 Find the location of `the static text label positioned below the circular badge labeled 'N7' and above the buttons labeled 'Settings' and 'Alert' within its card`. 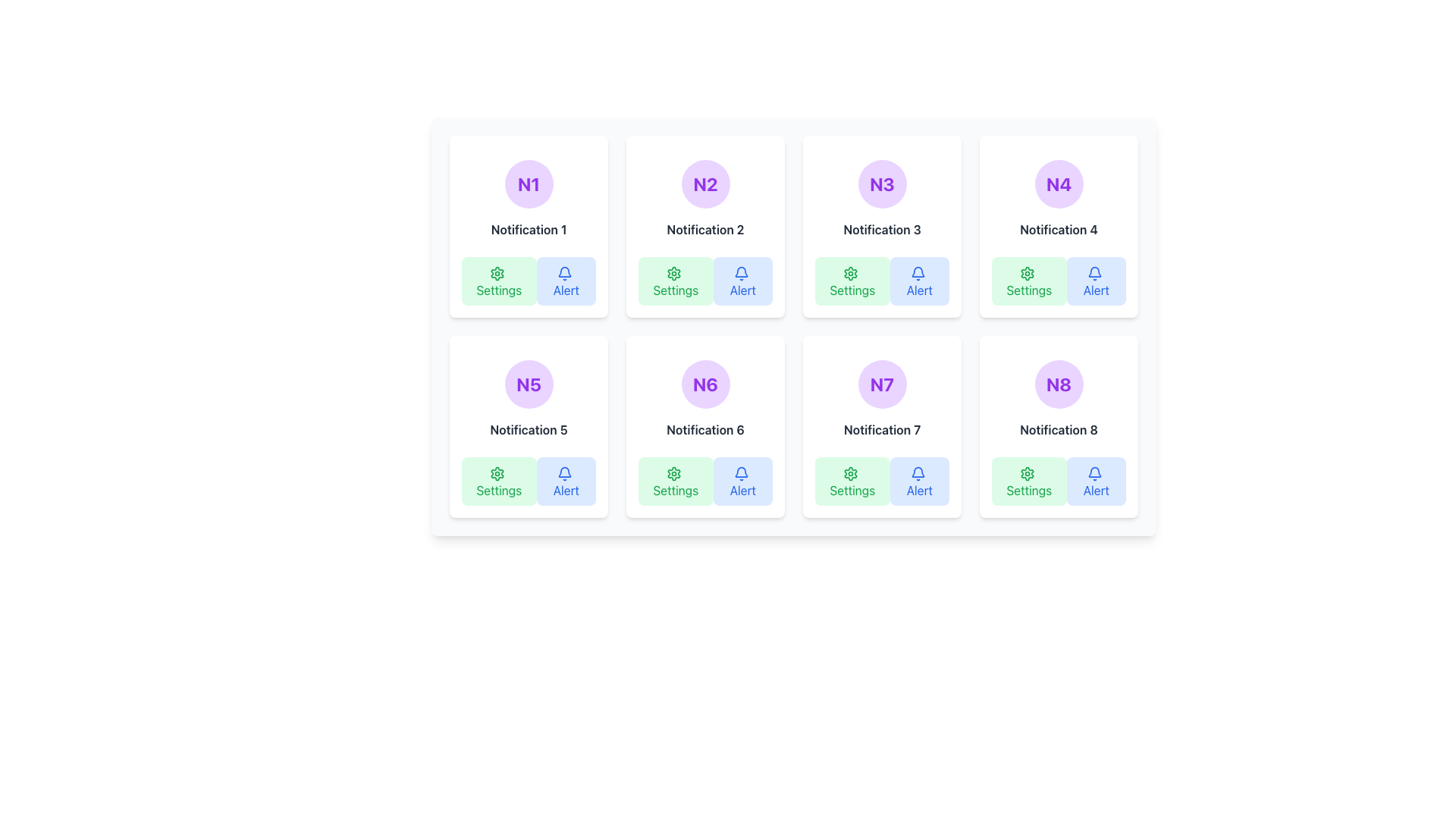

the static text label positioned below the circular badge labeled 'N7' and above the buttons labeled 'Settings' and 'Alert' within its card is located at coordinates (882, 430).